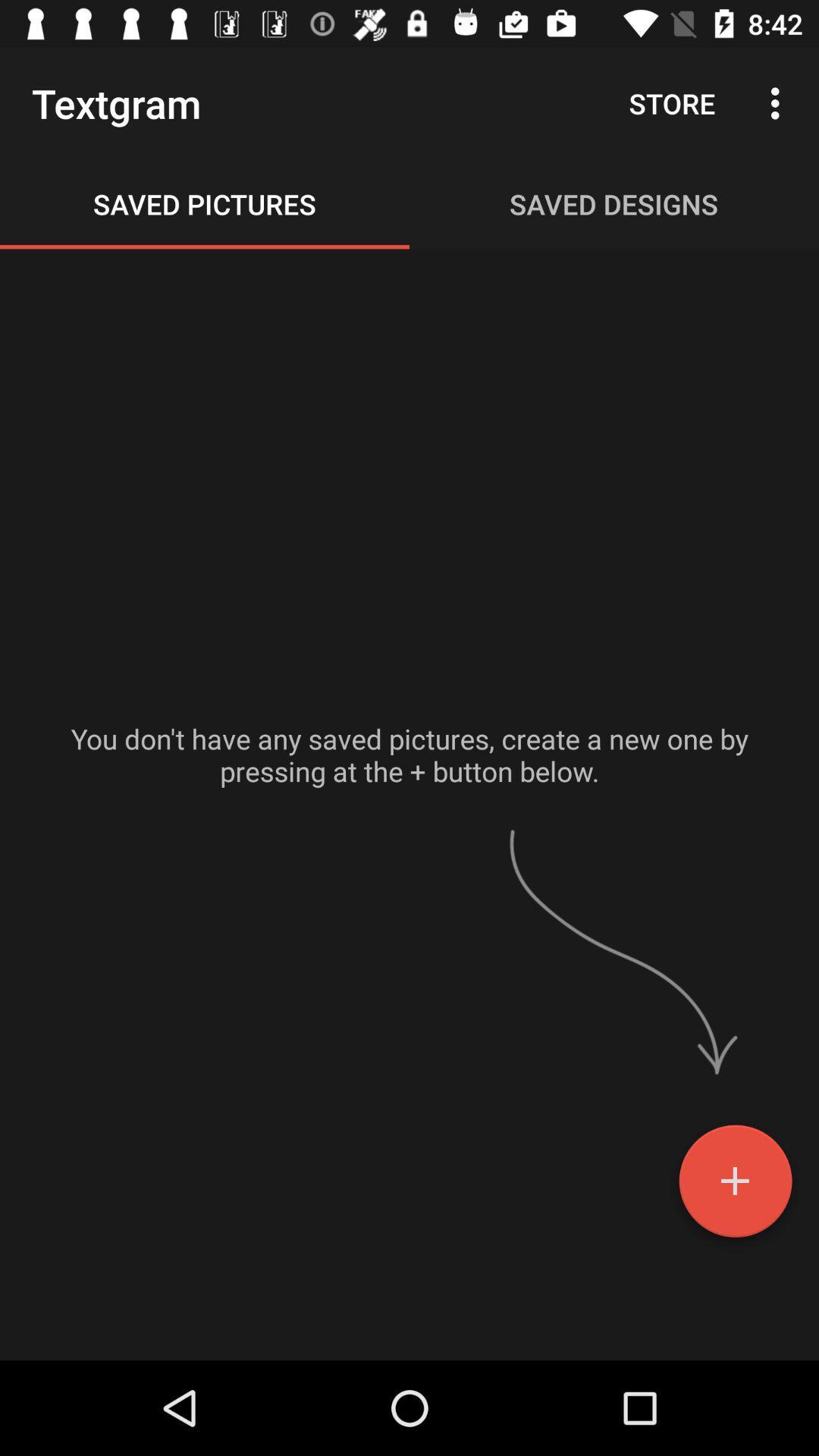  Describe the element at coordinates (671, 102) in the screenshot. I see `the icon above the saved designs` at that location.